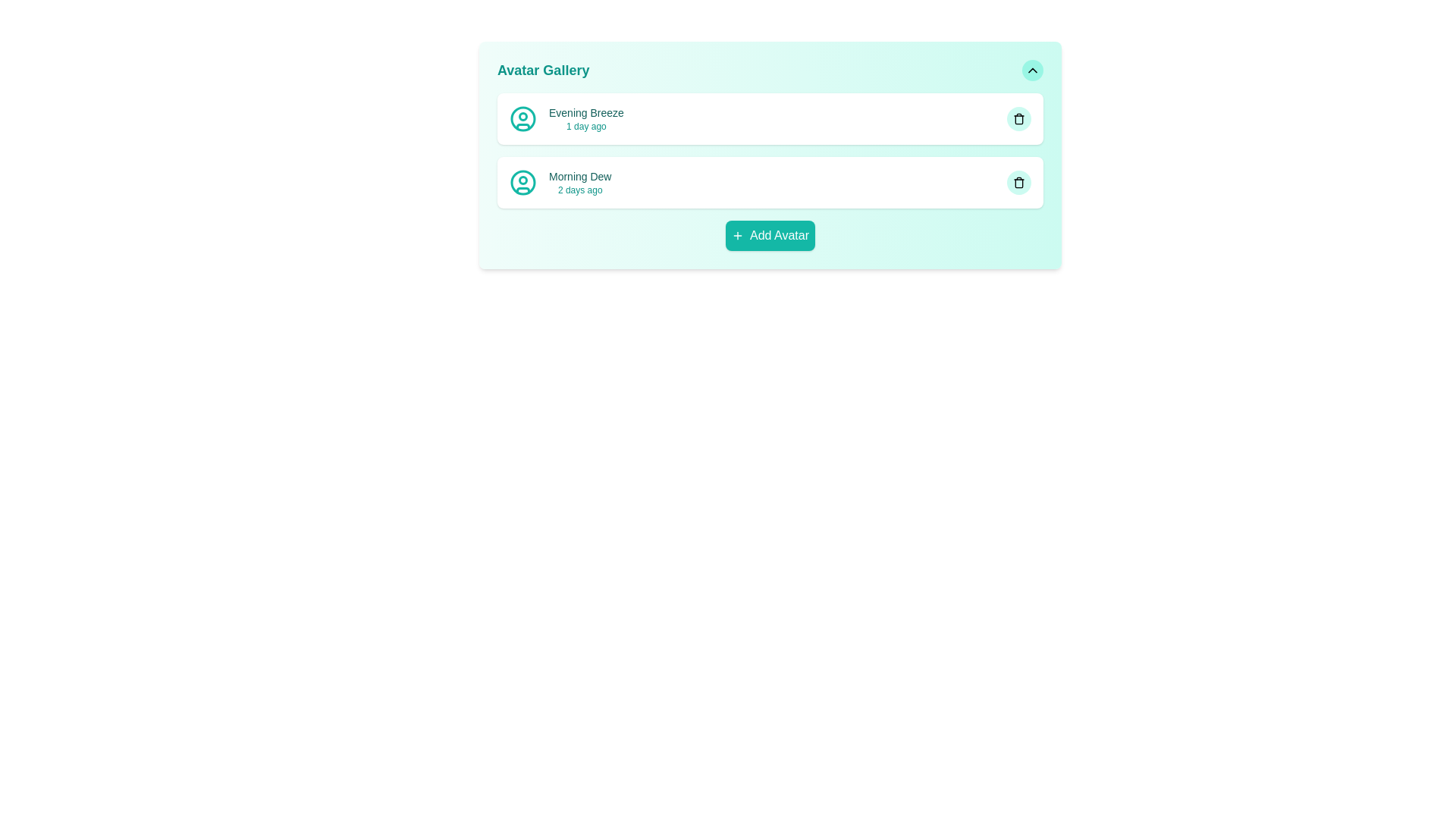 The image size is (1456, 819). Describe the element at coordinates (770, 236) in the screenshot. I see `the 'Add Avatar' button, which is a rectangular button with a teal background and white text, displaying a white '+' icon and rounded corners` at that location.